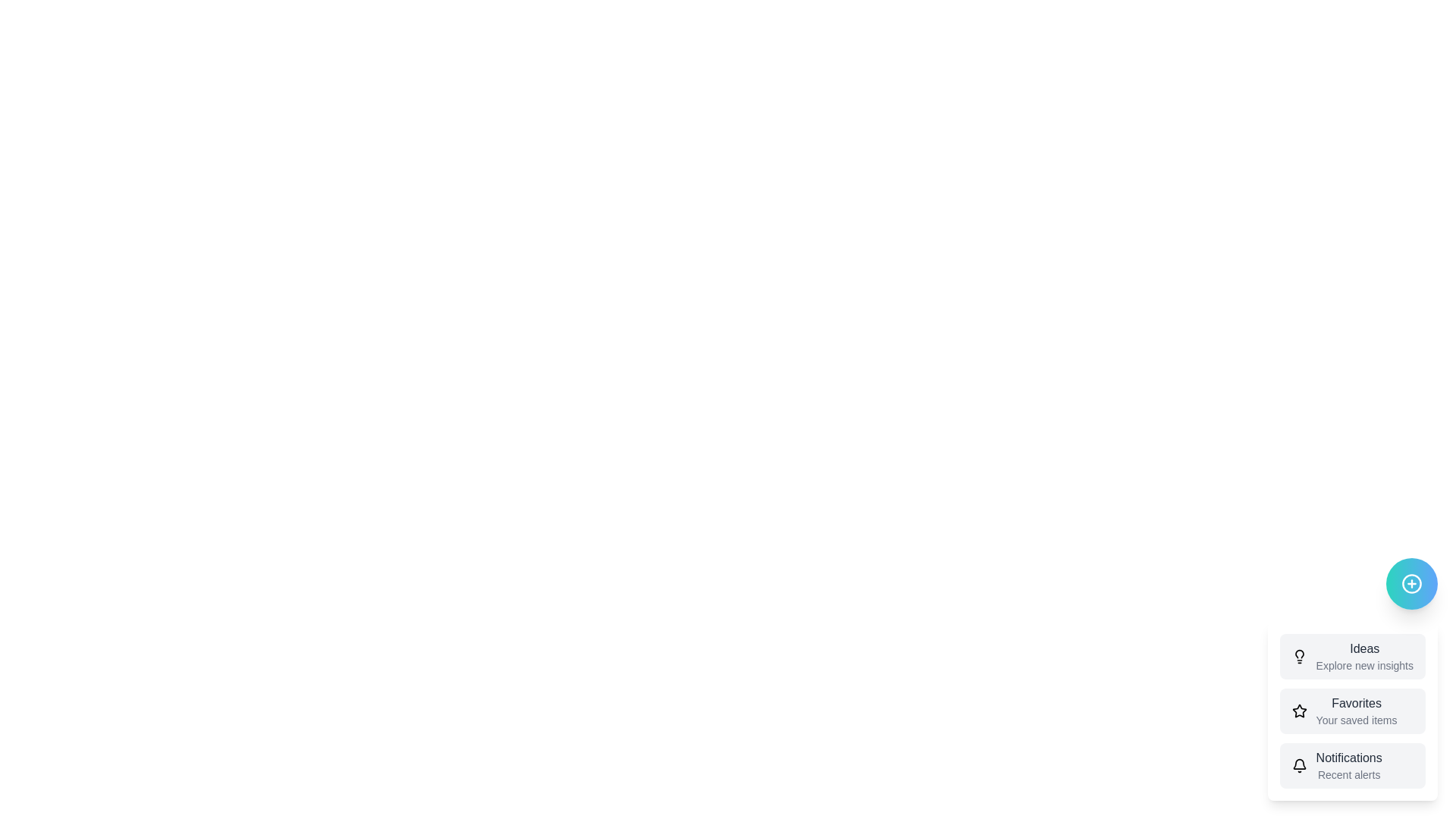  What do you see at coordinates (1352, 766) in the screenshot?
I see `the notifications list item, which is the third item in a vertical list indicating recent alerts or updates` at bounding box center [1352, 766].